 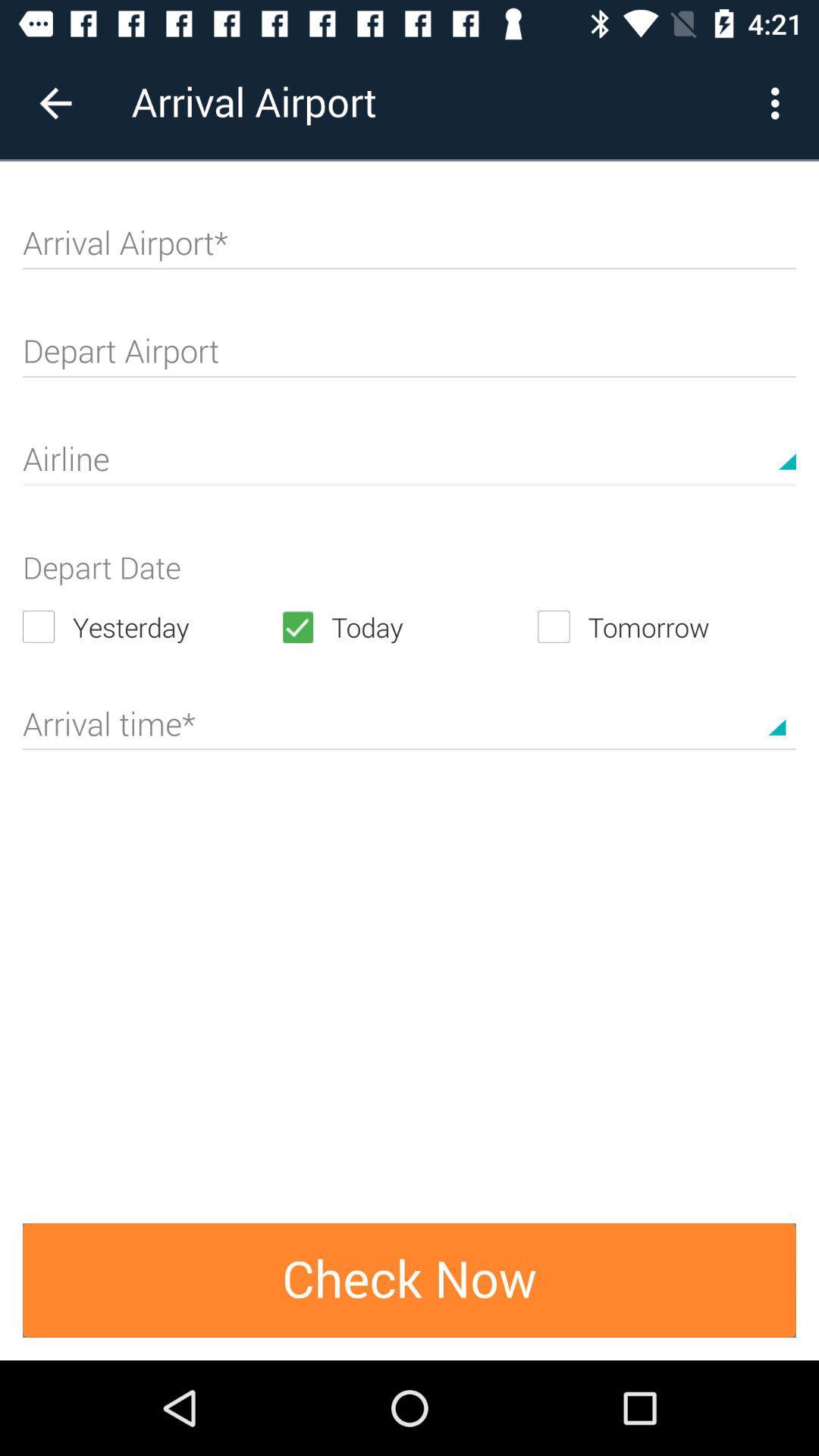 What do you see at coordinates (408, 626) in the screenshot?
I see `item next to the tomorrow icon` at bounding box center [408, 626].